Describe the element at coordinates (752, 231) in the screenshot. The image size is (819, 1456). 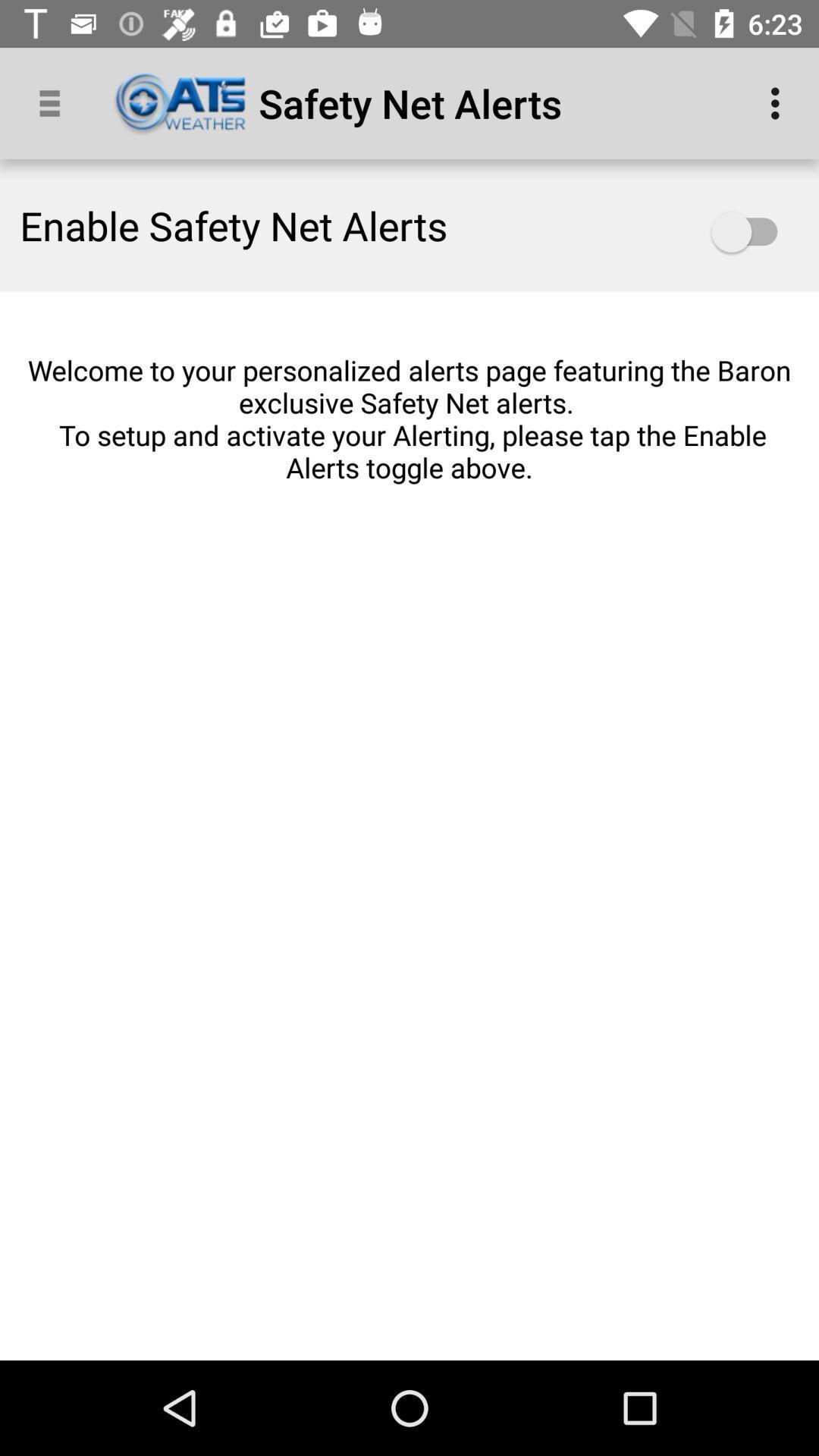
I see `weather-safety alerts` at that location.